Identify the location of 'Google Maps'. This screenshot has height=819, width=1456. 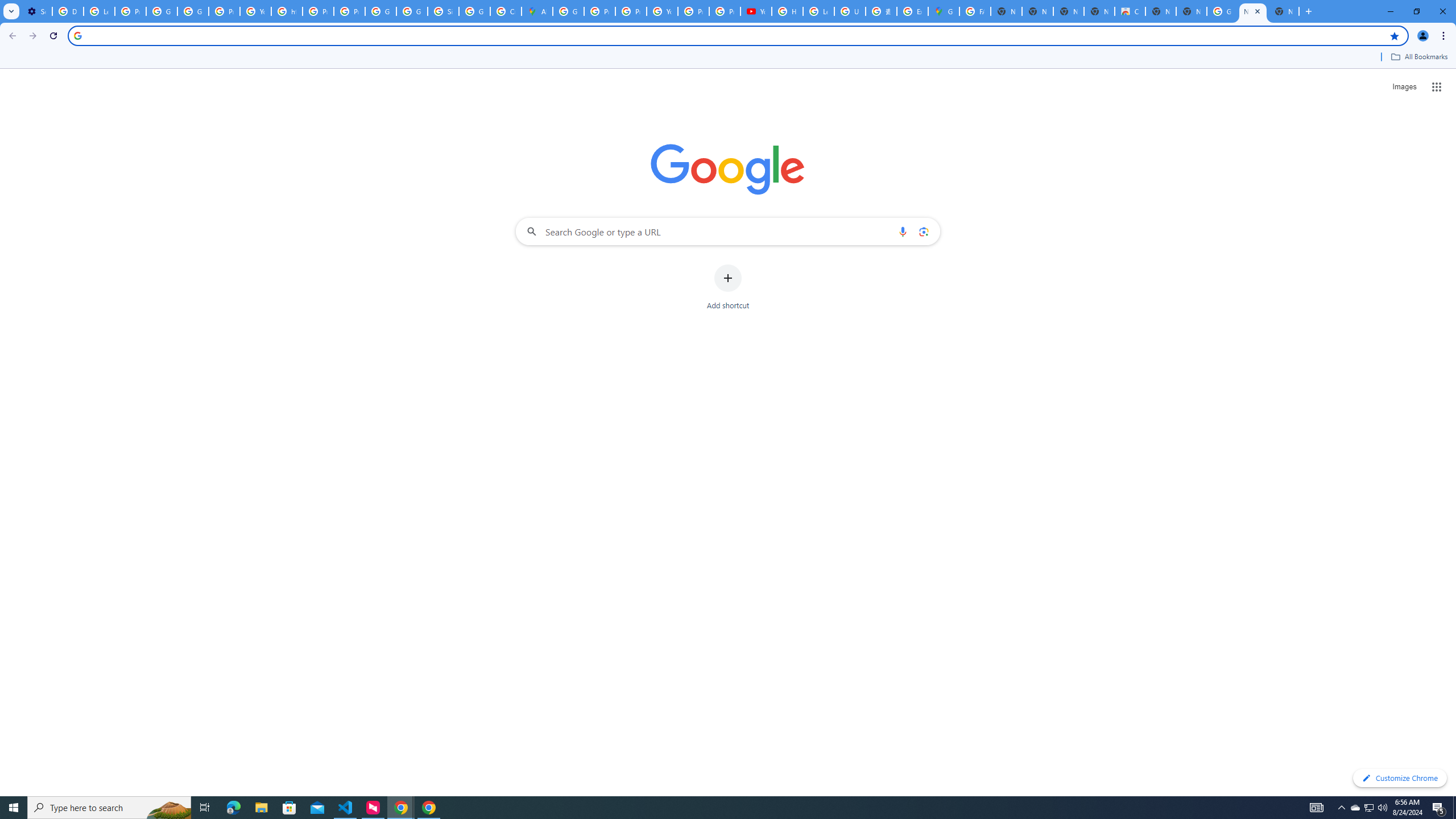
(943, 11).